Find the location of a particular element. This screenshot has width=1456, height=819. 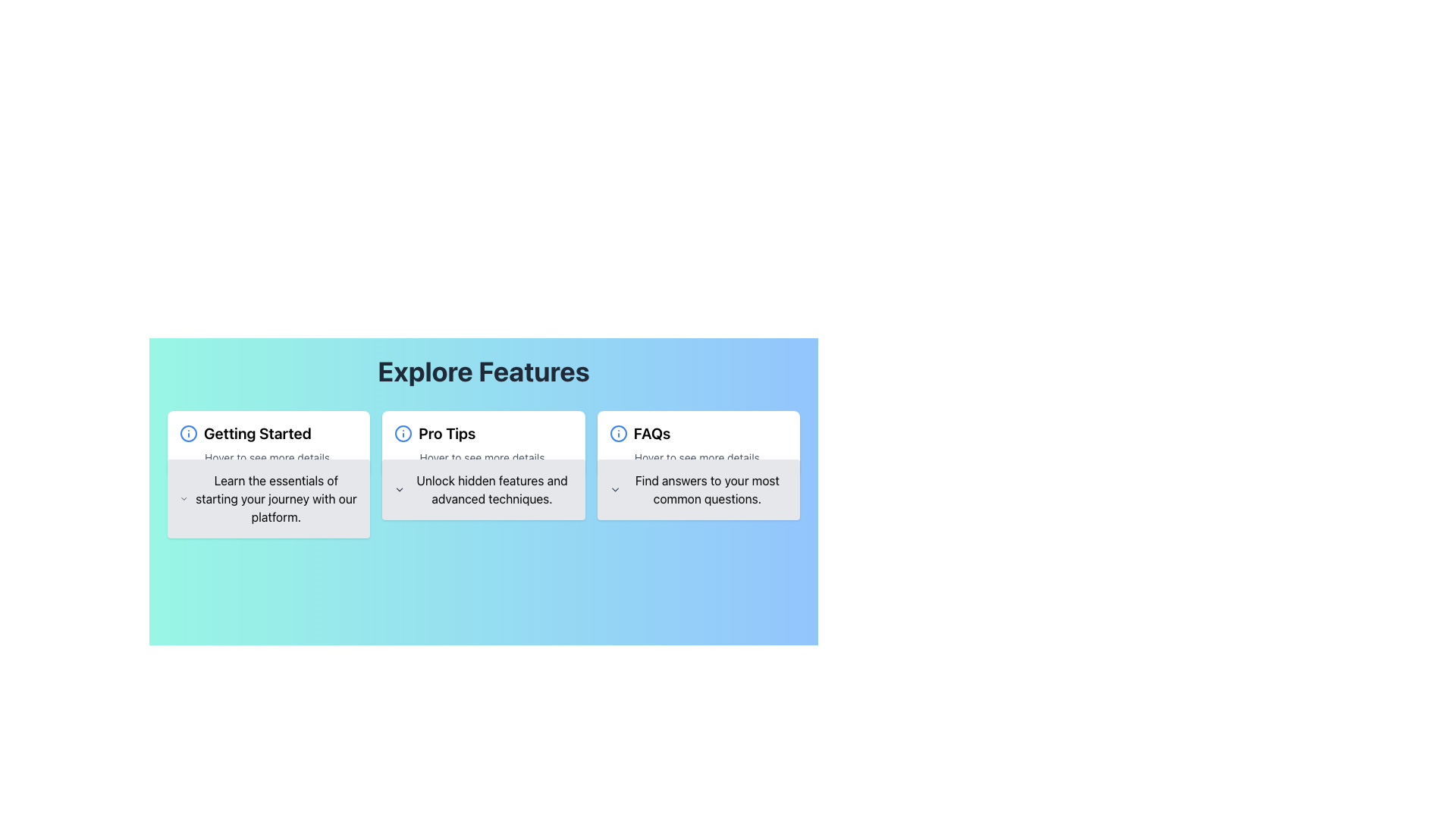

the static text content providing introductory information beneath the 'Getting Started' title, located in the lower half of the leftmost card in the 'Explore Features' section is located at coordinates (276, 499).